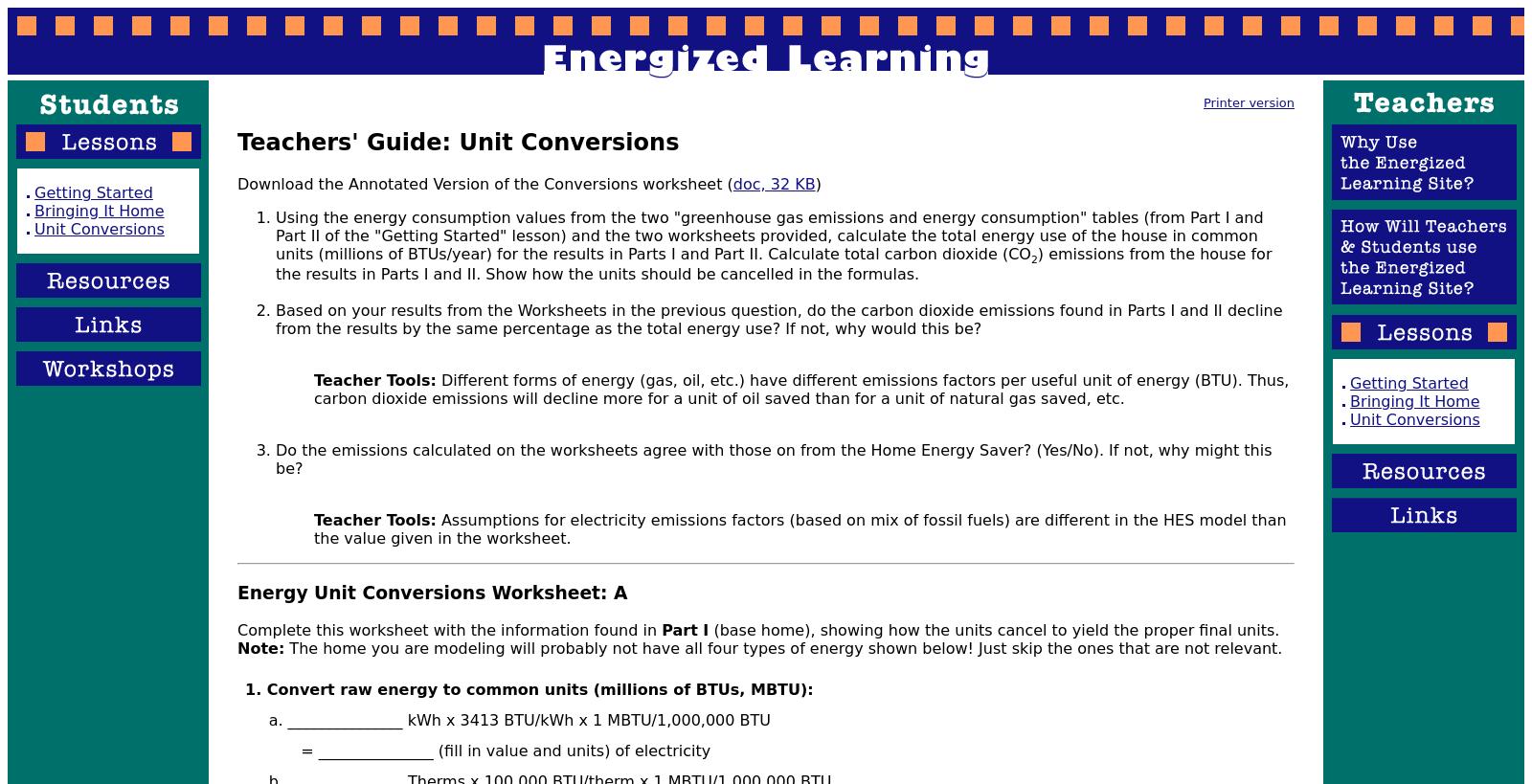  Describe the element at coordinates (816, 183) in the screenshot. I see `')'` at that location.